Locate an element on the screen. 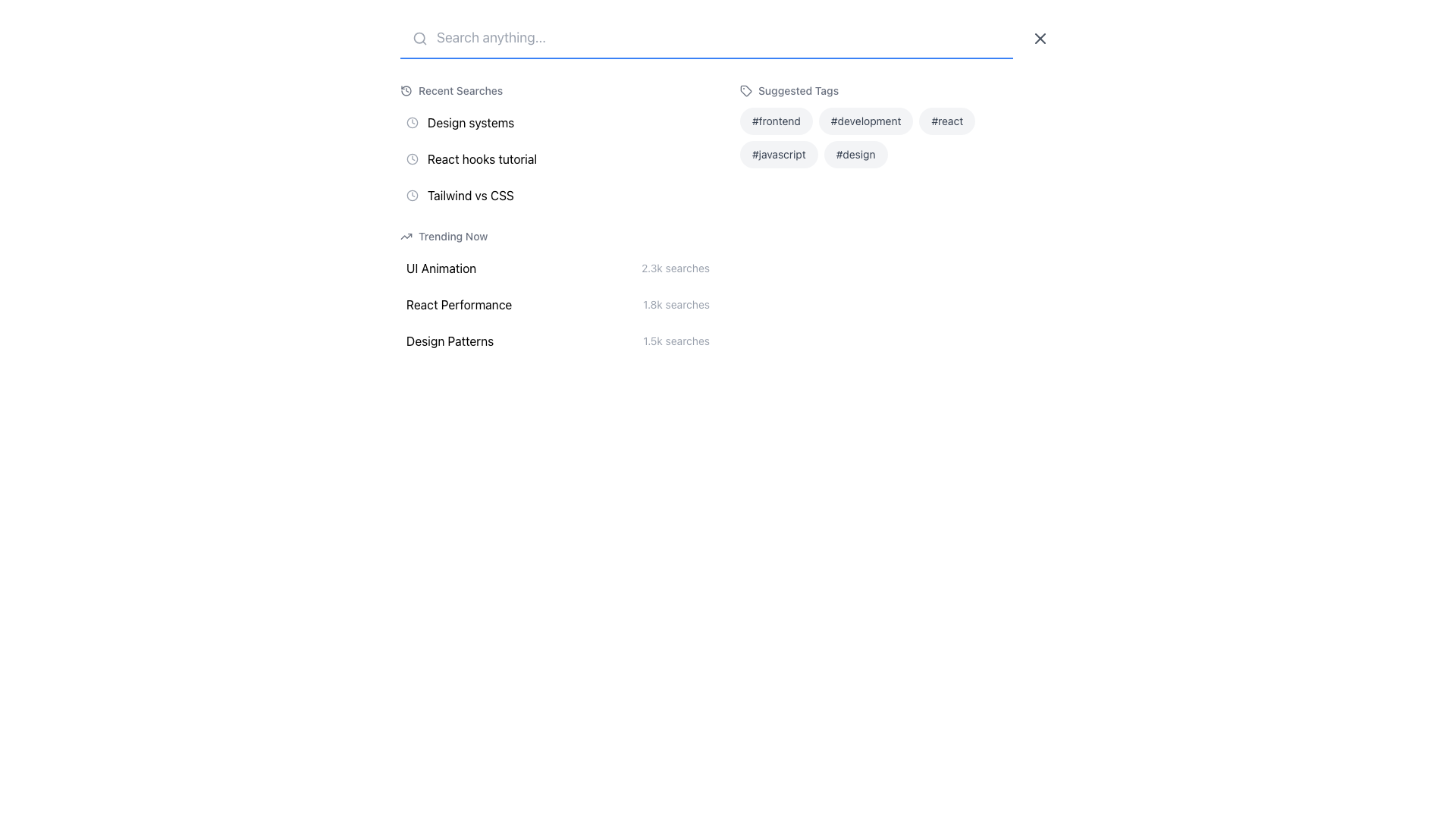  the popularity metric label for the 'Design Patterns' topic located in the lower-right portion of the 'Trending Now' section, to the right of the primary 'Design Patterns' label is located at coordinates (676, 341).